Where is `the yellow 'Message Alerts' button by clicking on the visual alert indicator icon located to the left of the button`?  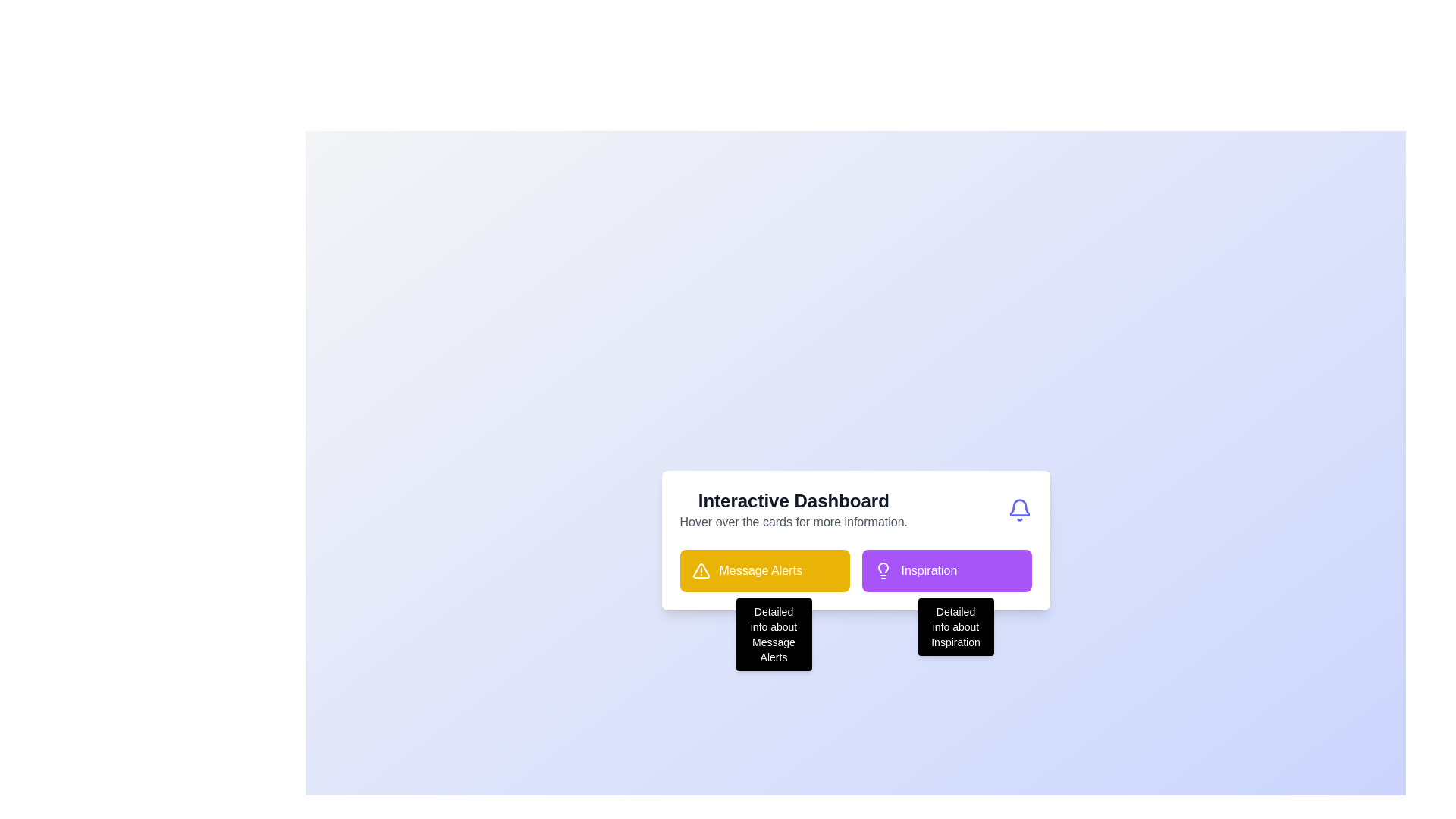
the yellow 'Message Alerts' button by clicking on the visual alert indicator icon located to the left of the button is located at coordinates (700, 570).